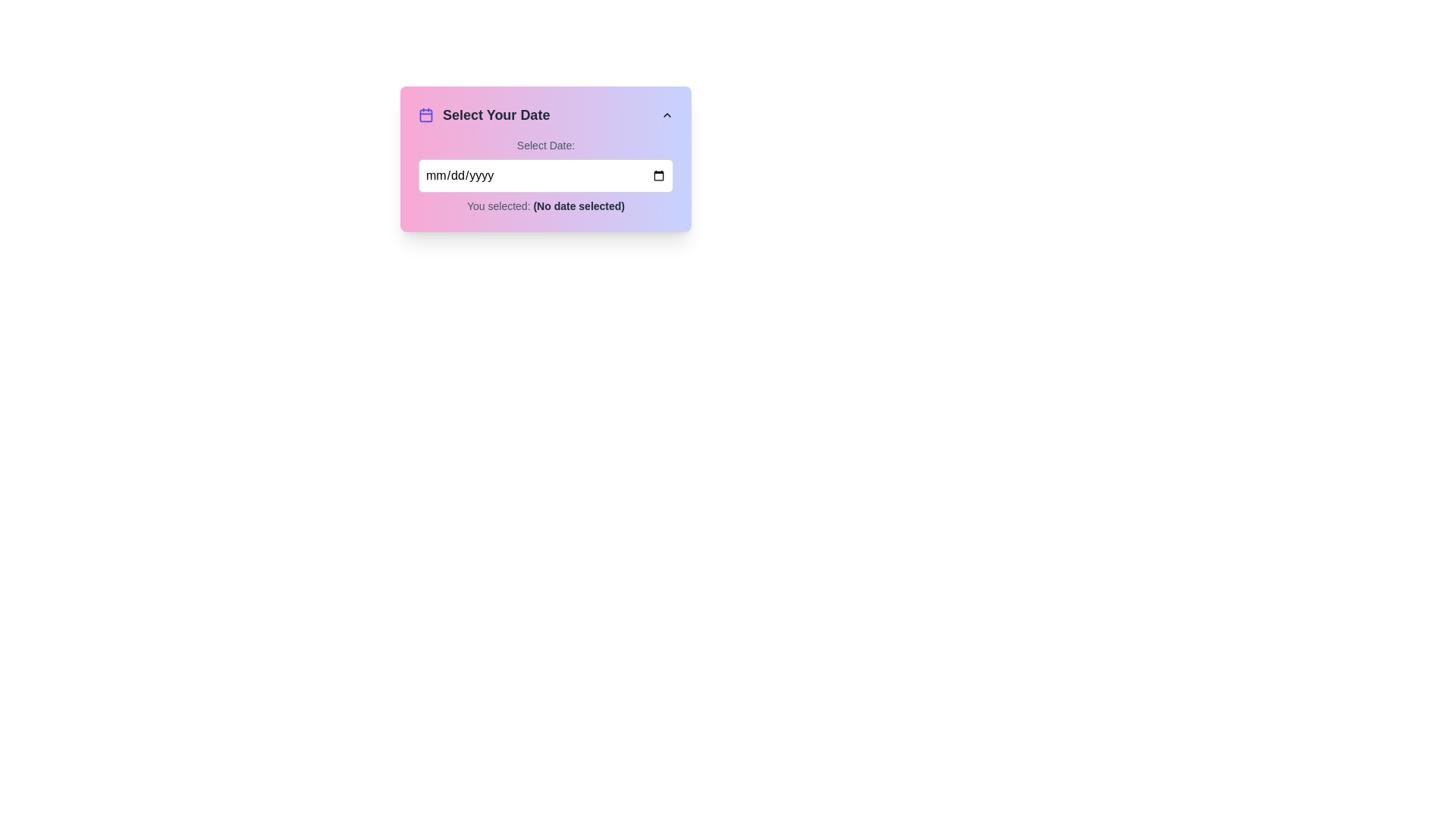 The image size is (1456, 819). What do you see at coordinates (546, 114) in the screenshot?
I see `the heading element that serves as an indicator for the dropdown menu` at bounding box center [546, 114].